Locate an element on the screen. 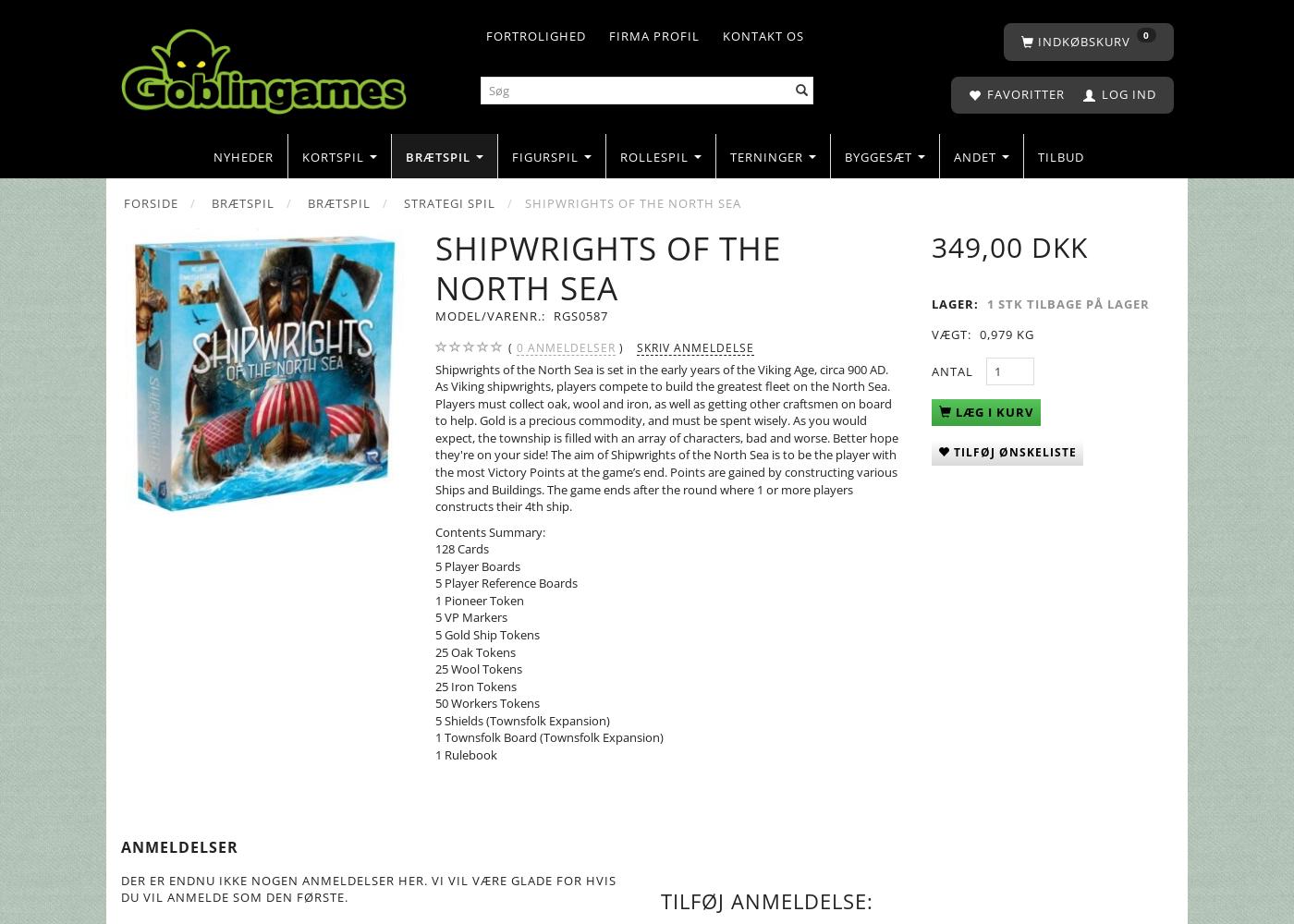 This screenshot has height=924, width=1294. '1 Townsfolk Board (Townsfolk Expansion)' is located at coordinates (549, 737).